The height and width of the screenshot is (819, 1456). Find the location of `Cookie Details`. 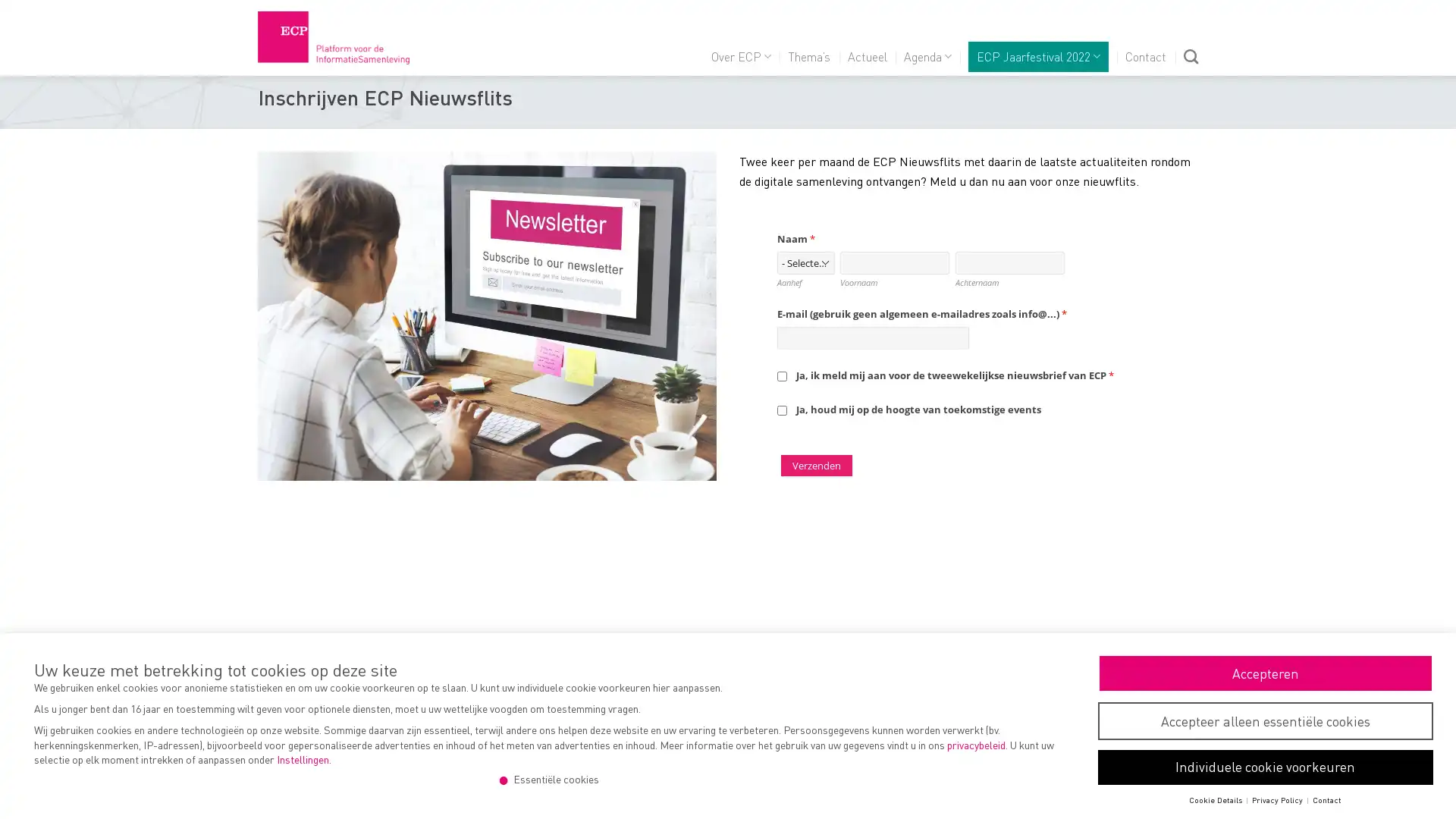

Cookie Details is located at coordinates (1216, 799).